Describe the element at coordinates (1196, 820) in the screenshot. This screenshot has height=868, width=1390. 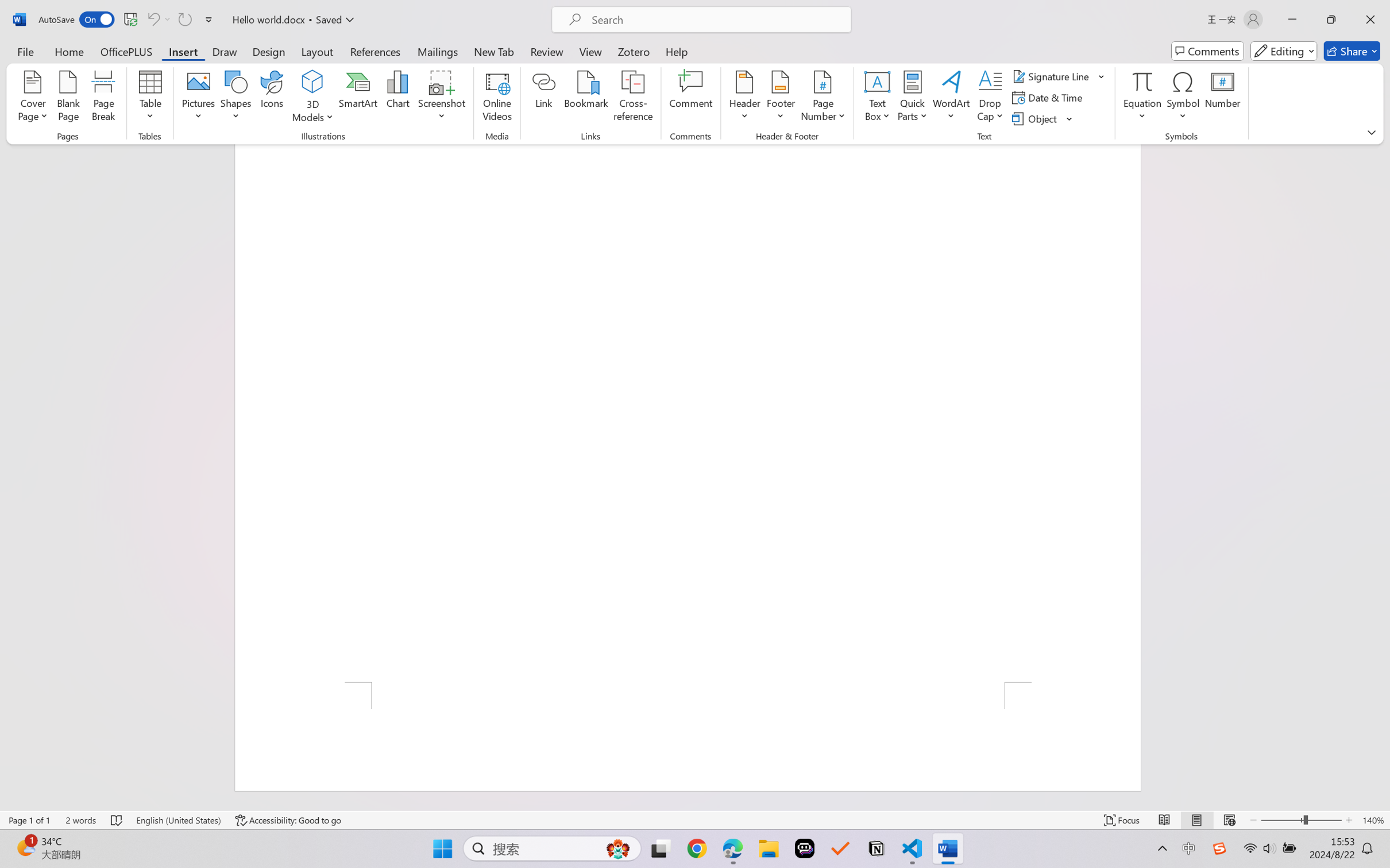
I see `'Print Layout'` at that location.